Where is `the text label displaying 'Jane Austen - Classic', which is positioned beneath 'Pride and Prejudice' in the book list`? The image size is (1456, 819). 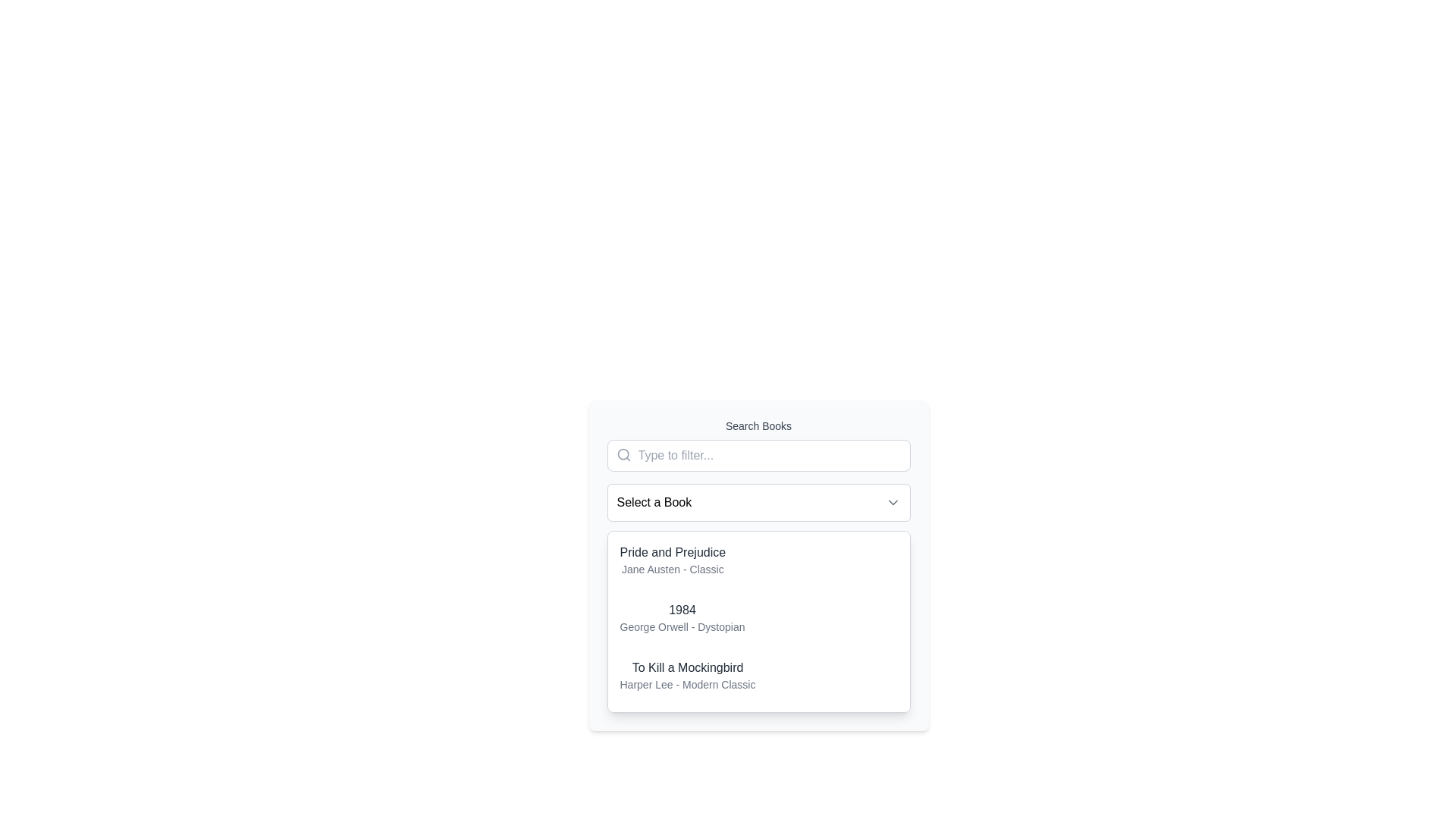 the text label displaying 'Jane Austen - Classic', which is positioned beneath 'Pride and Prejudice' in the book list is located at coordinates (672, 570).